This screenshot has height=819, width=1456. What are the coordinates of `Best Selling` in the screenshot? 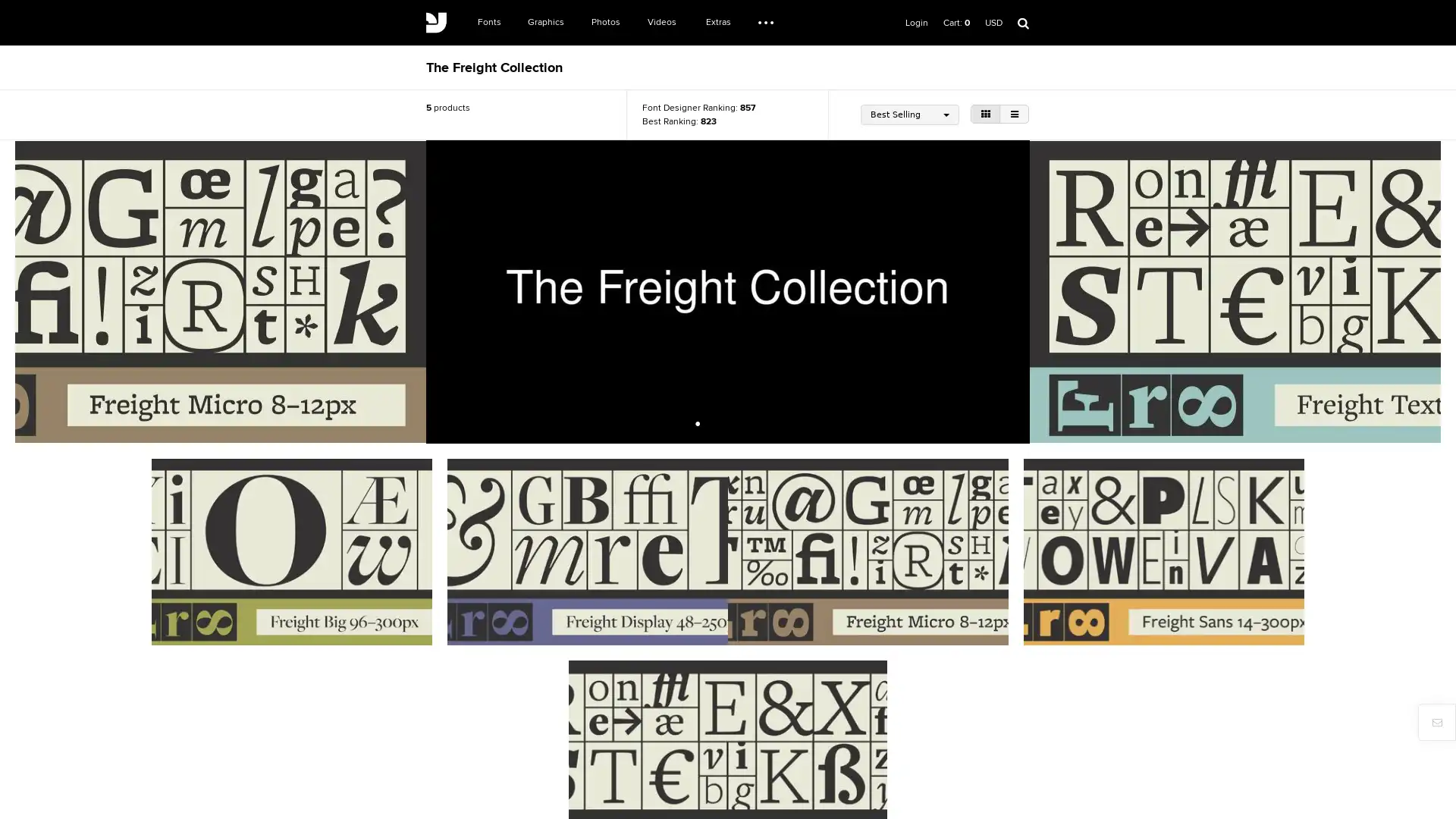 It's located at (910, 114).